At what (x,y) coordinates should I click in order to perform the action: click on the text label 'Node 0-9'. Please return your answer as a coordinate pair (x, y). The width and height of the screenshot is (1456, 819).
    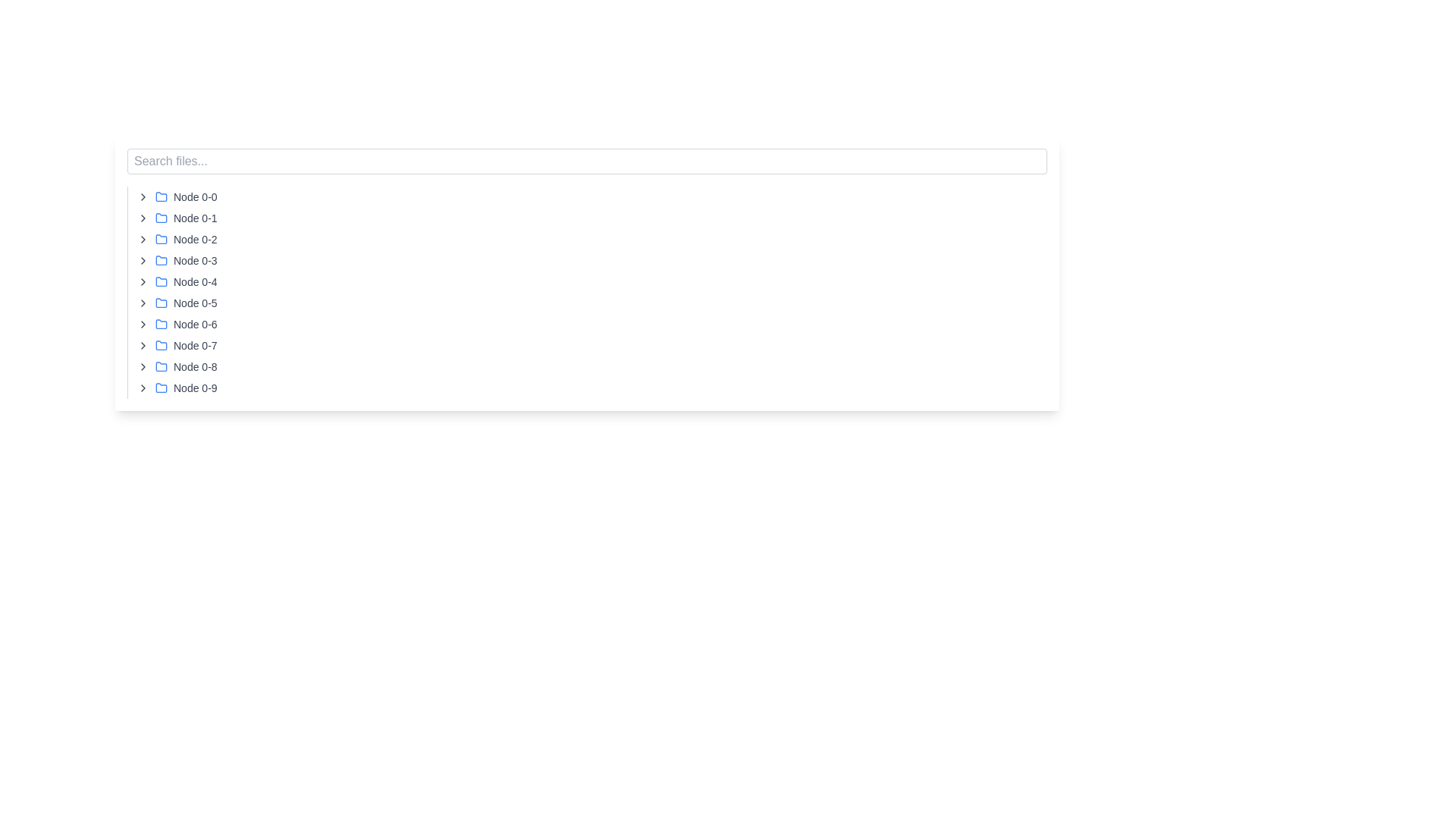
    Looking at the image, I should click on (194, 388).